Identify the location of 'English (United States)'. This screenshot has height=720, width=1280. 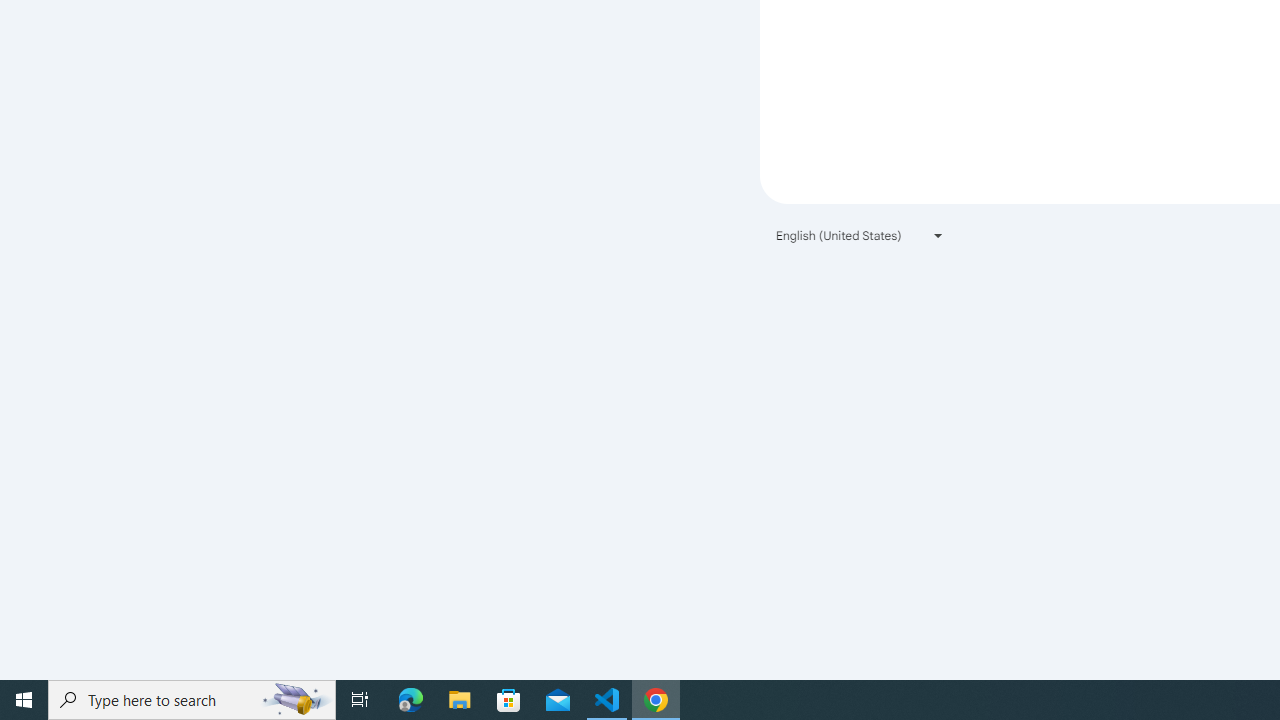
(860, 234).